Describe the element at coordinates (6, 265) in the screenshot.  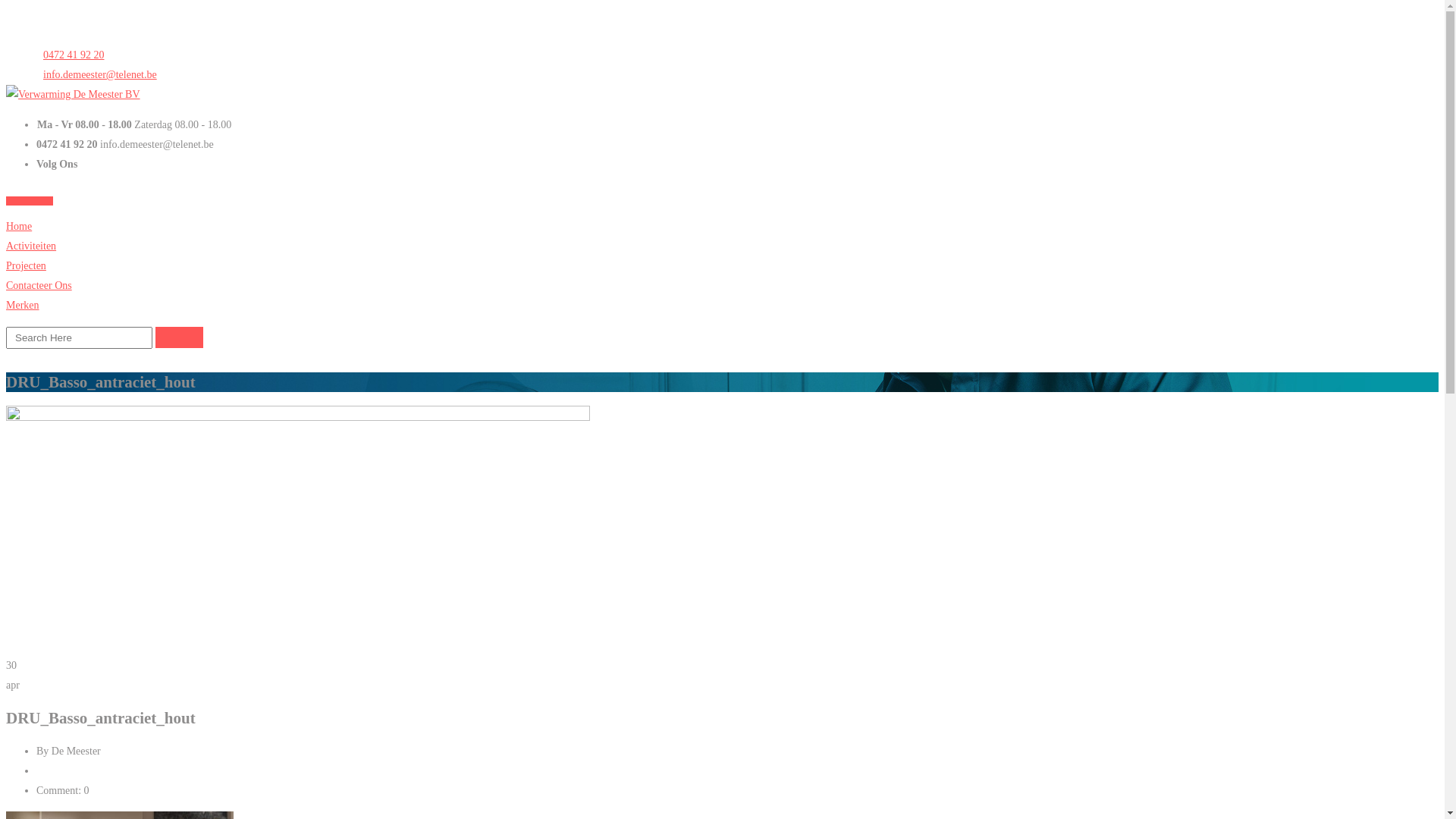
I see `'Projecten'` at that location.